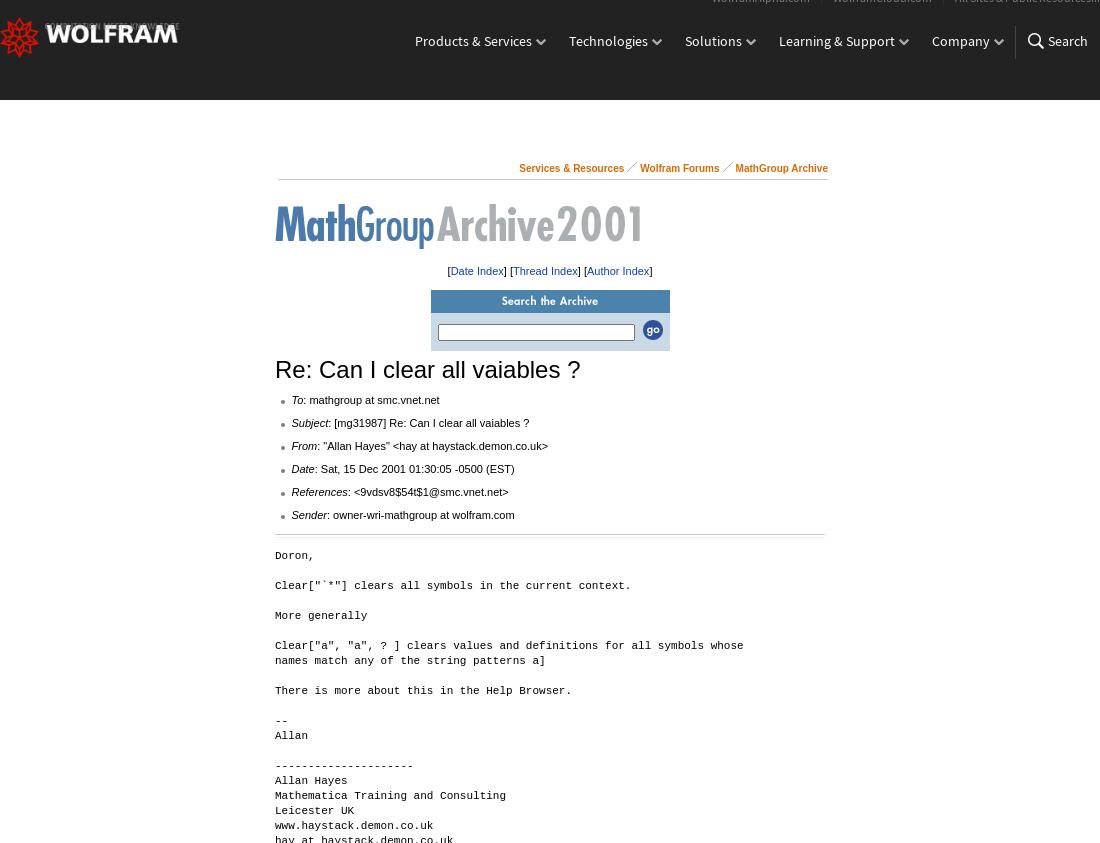 This screenshot has width=1100, height=843. Describe the element at coordinates (1067, 55) in the screenshot. I see `'Search'` at that location.